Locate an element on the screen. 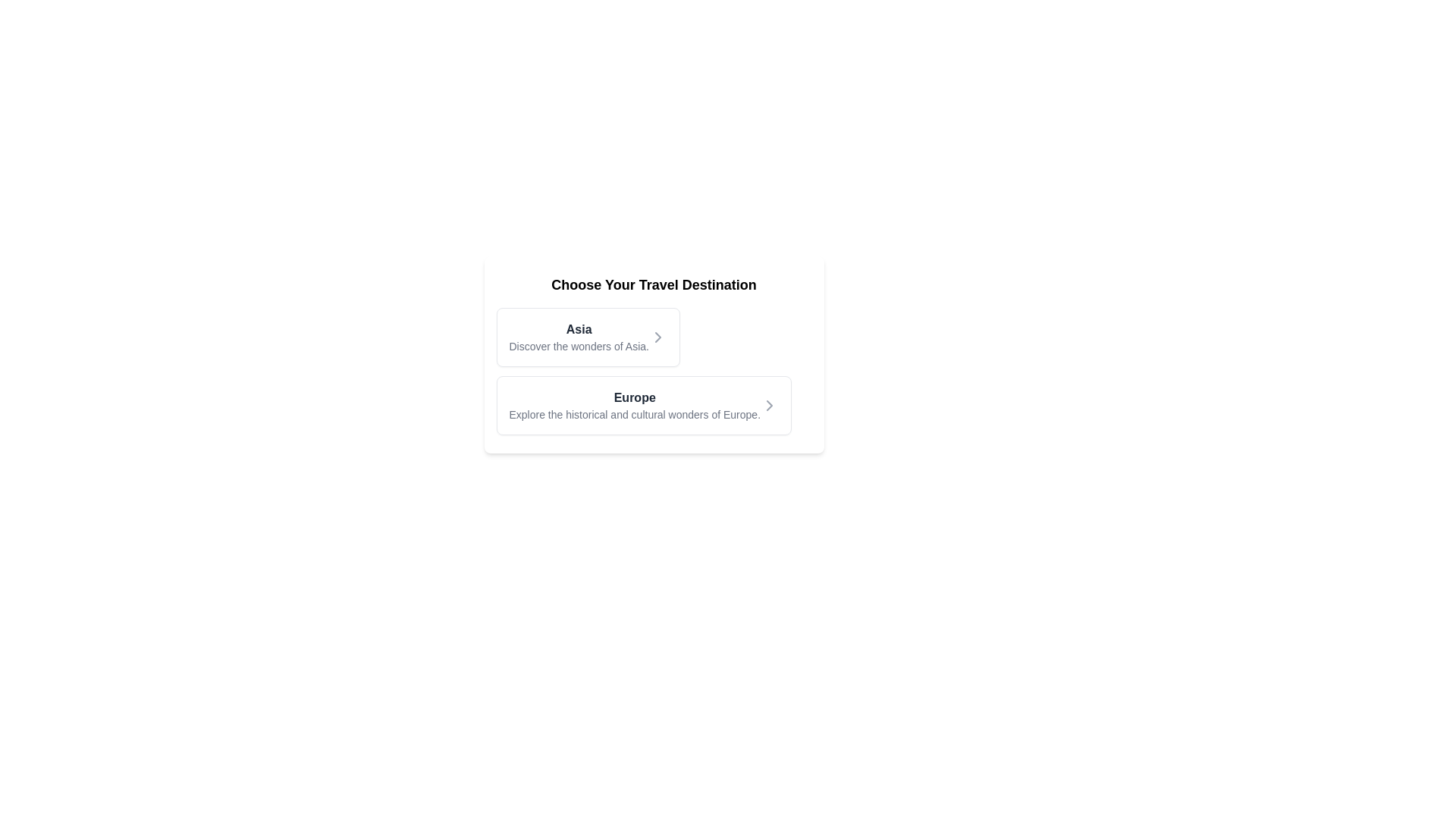 The image size is (1456, 819). the right-pointing chevron arrow icon that indicates further actions or navigation related to 'Asia' is located at coordinates (657, 336).